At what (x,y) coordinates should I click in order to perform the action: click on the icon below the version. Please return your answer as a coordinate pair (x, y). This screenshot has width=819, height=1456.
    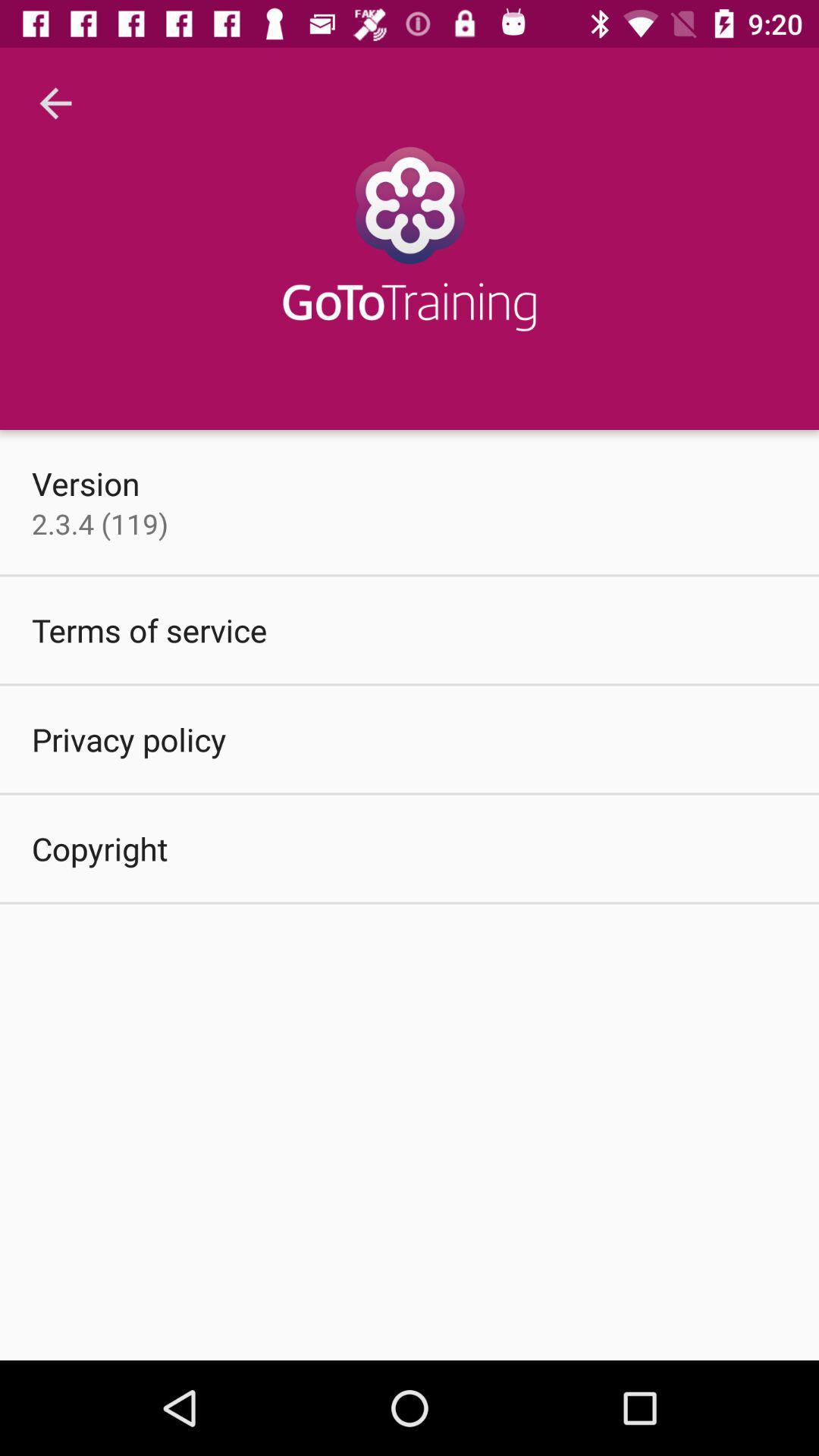
    Looking at the image, I should click on (99, 523).